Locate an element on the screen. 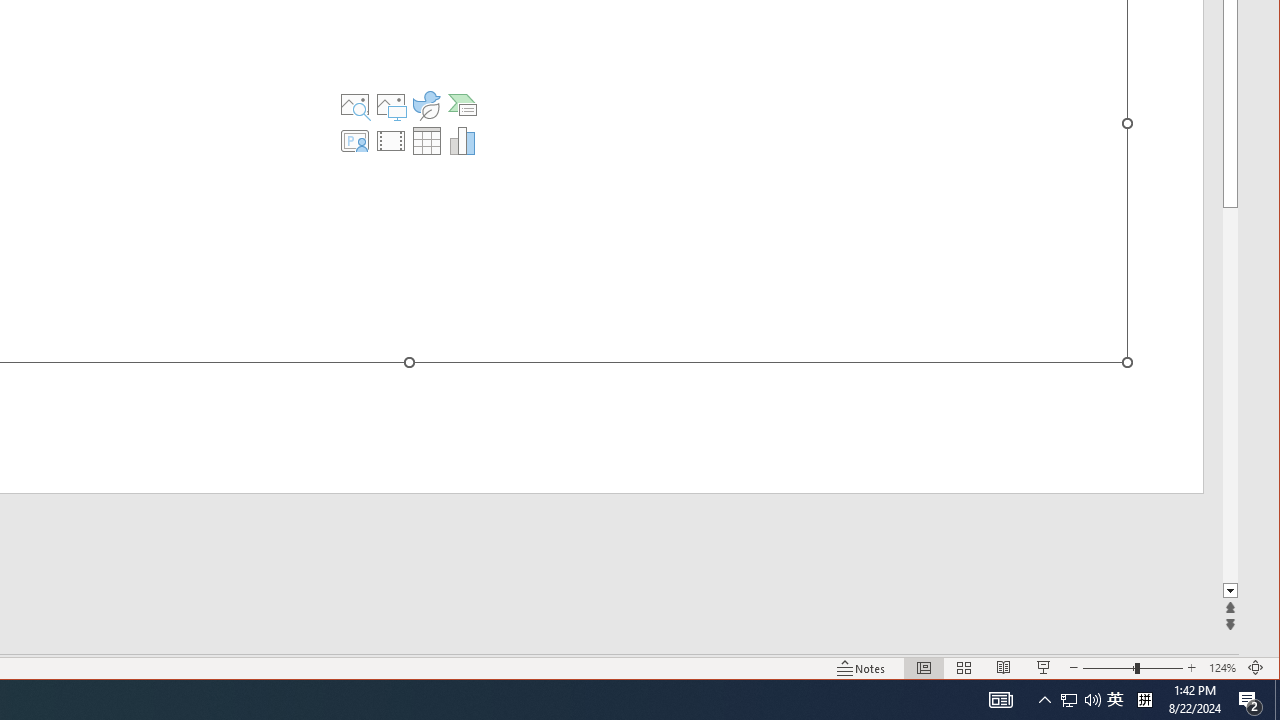  'Zoom 124%' is located at coordinates (1221, 668).